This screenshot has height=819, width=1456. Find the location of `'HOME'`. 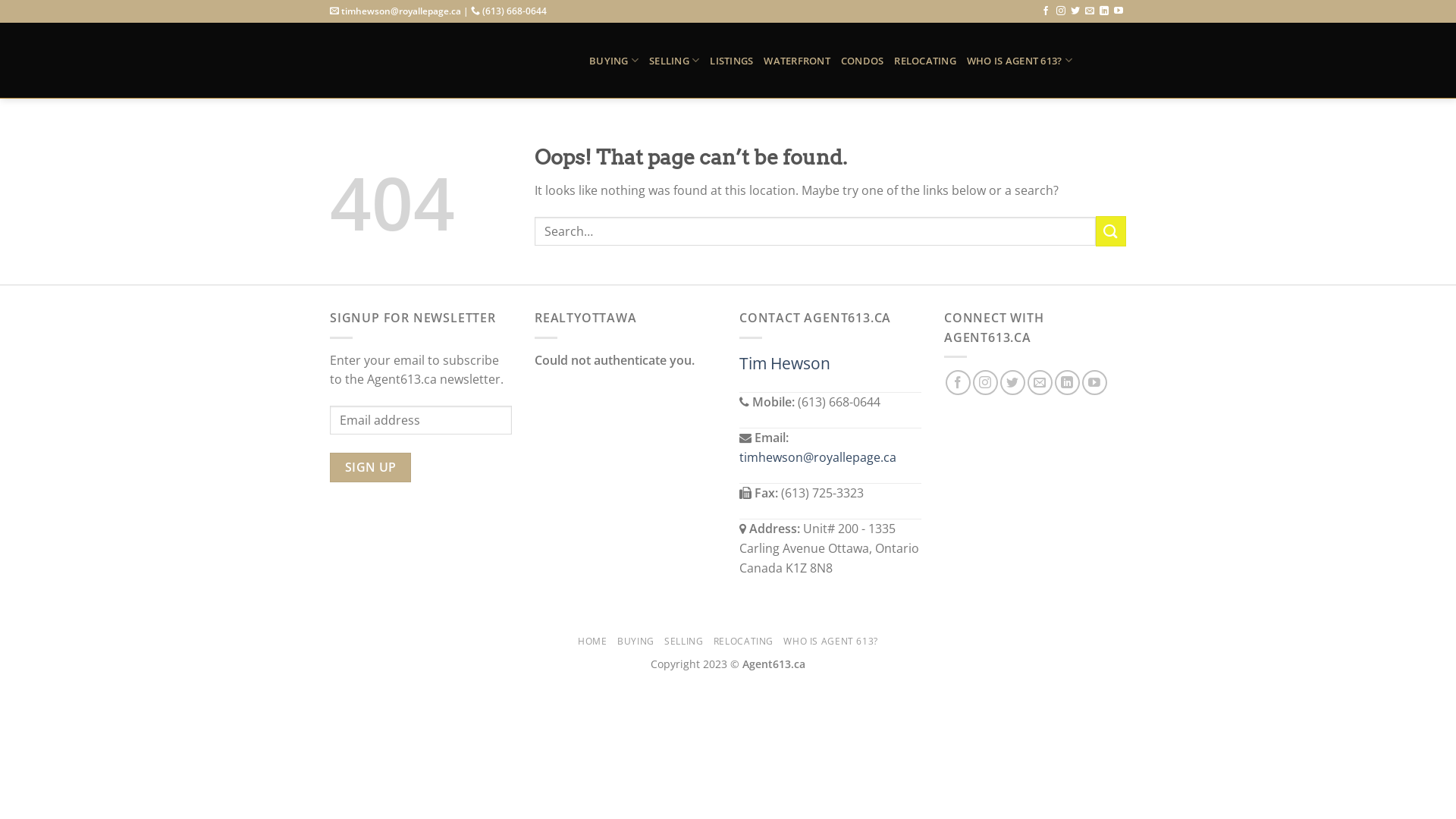

'HOME' is located at coordinates (577, 641).